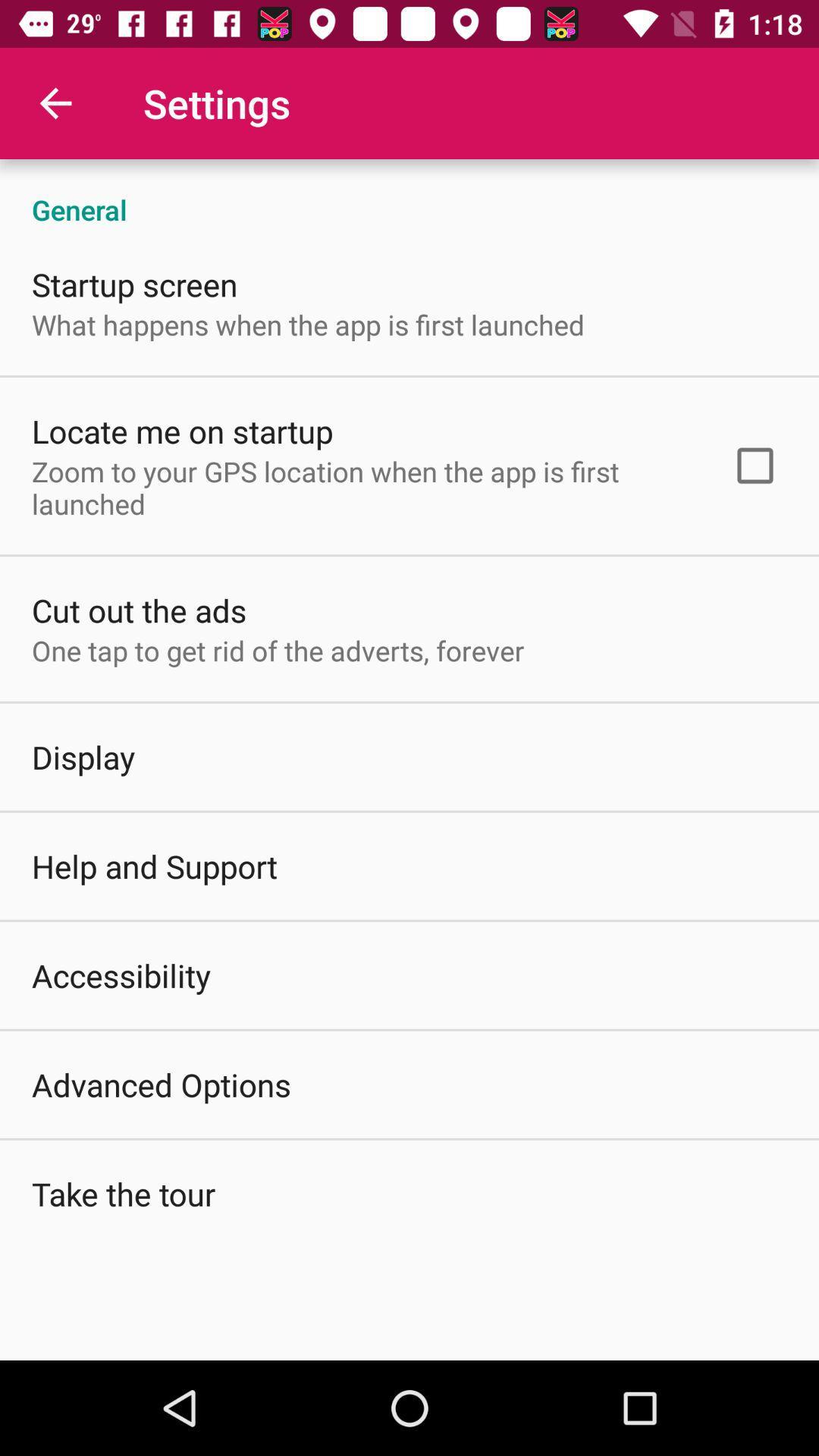  I want to click on icon above the display item, so click(278, 651).